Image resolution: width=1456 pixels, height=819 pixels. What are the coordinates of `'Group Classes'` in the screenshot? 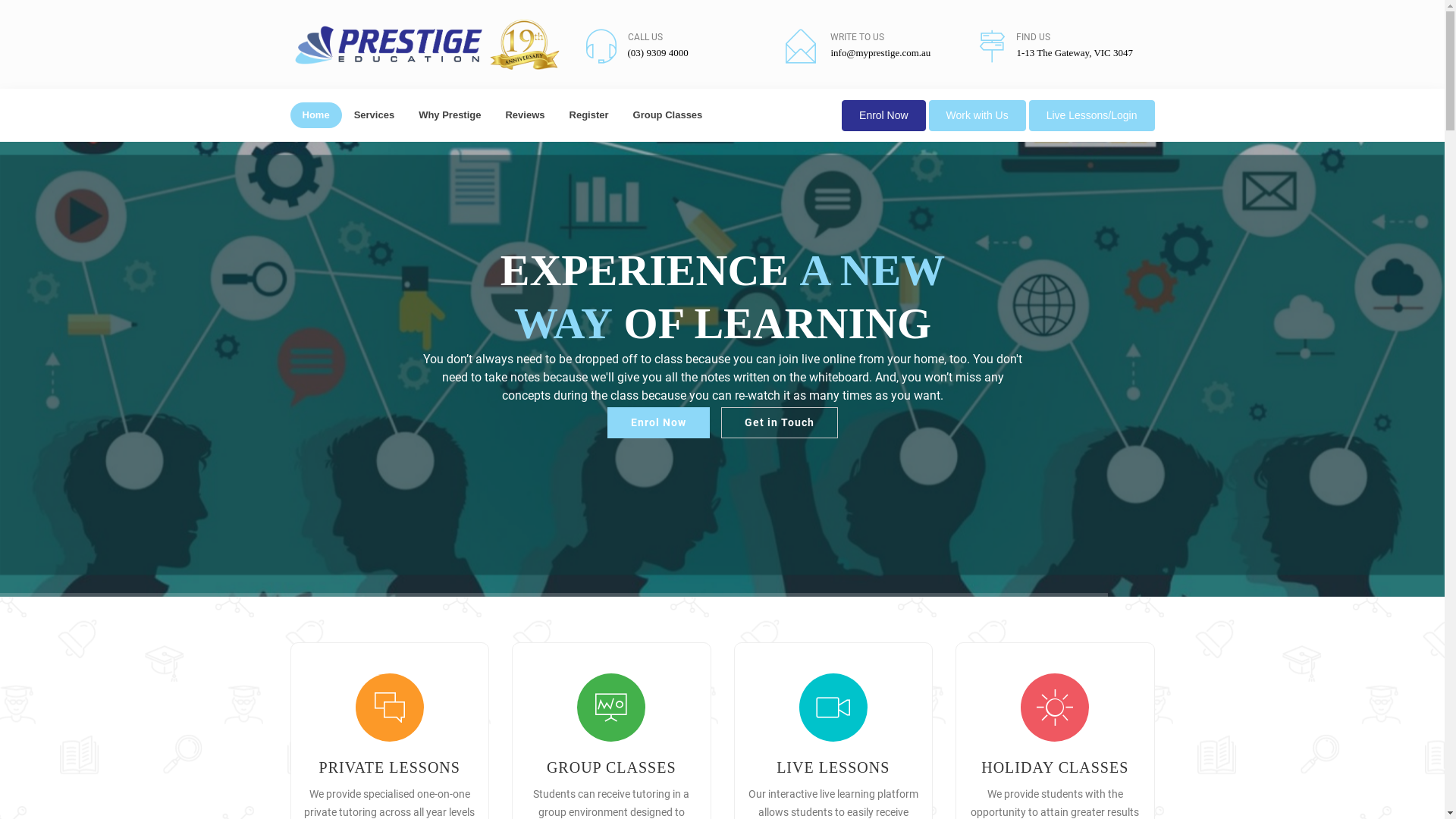 It's located at (667, 114).